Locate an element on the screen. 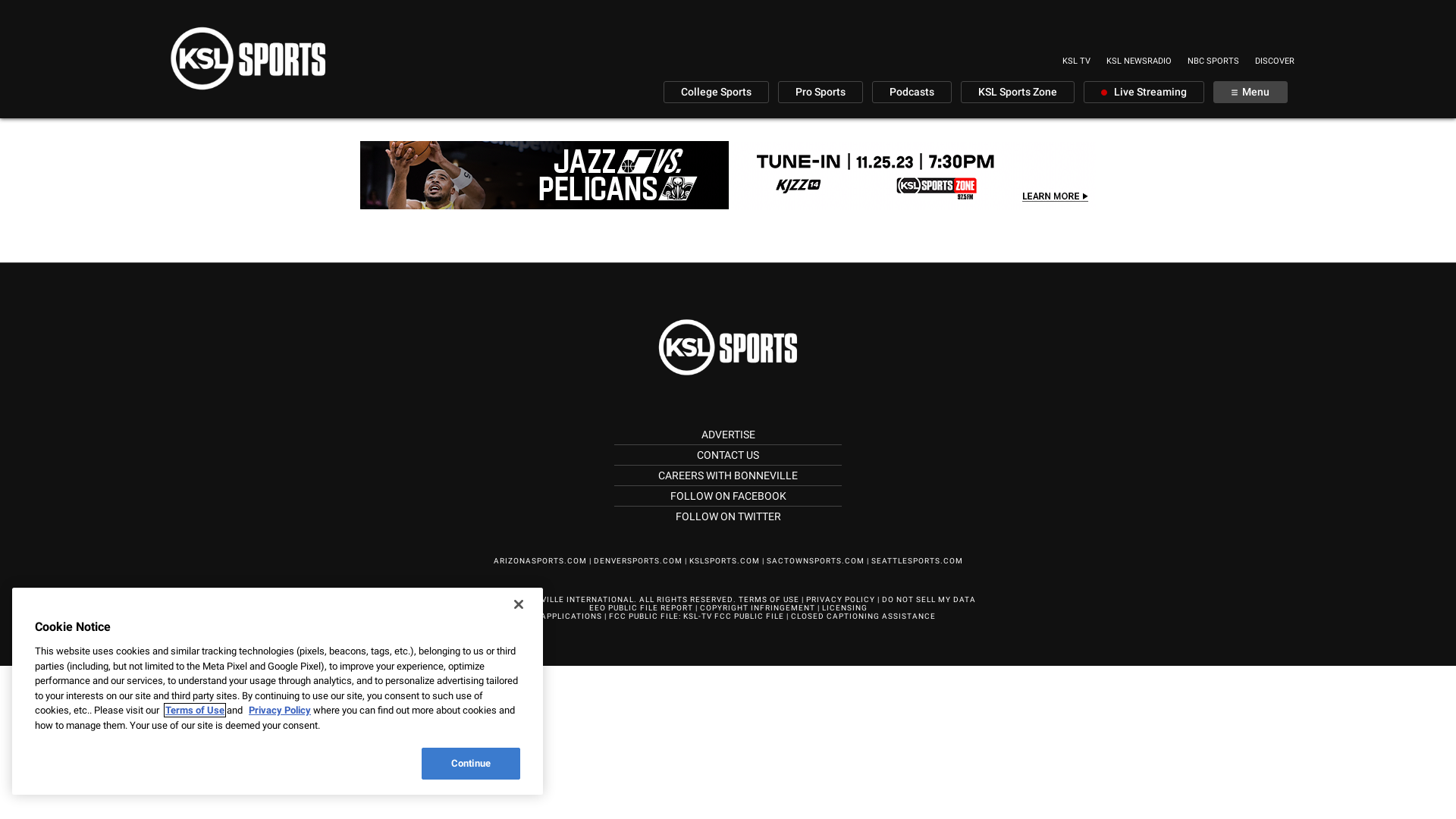  'FCC APPLICATIONS' is located at coordinates (560, 616).